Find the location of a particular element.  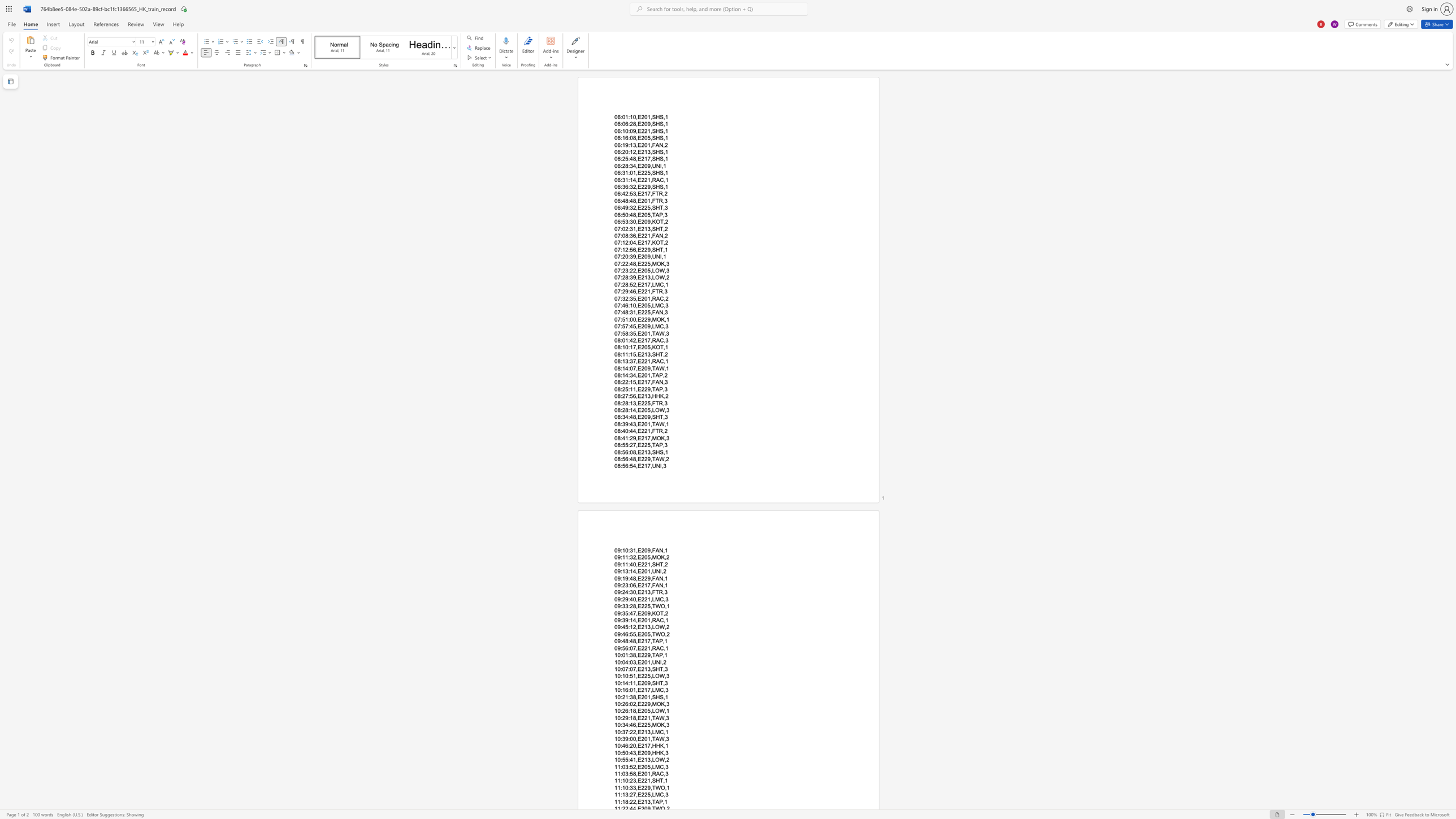

the space between the continuous character "1" and "," in the text is located at coordinates (649, 662).